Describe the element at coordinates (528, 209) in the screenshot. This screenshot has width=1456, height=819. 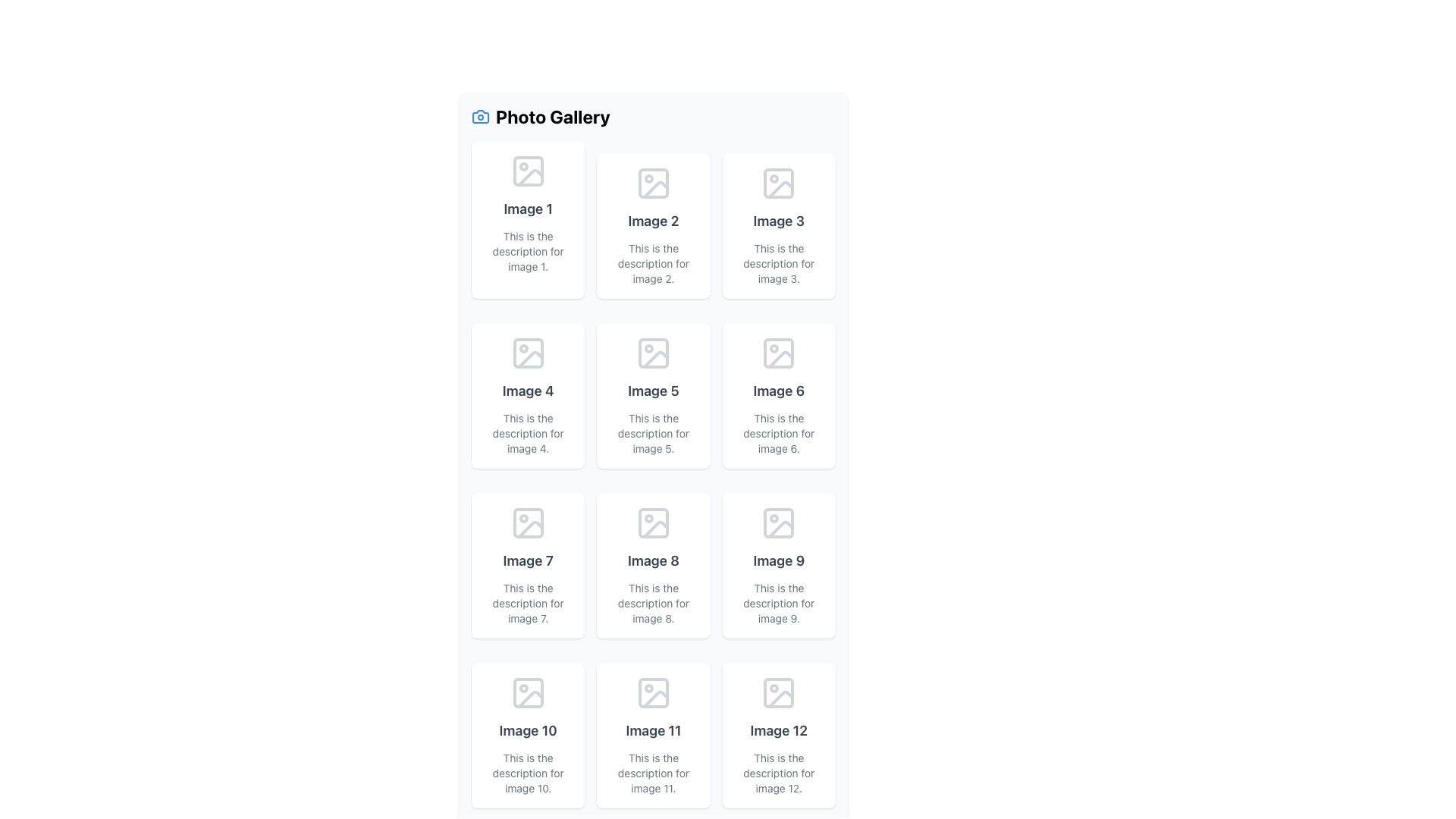
I see `on the text label displaying 'Image 1' in bold font, located below the camera icon in the top-left card of the grid layout` at that location.